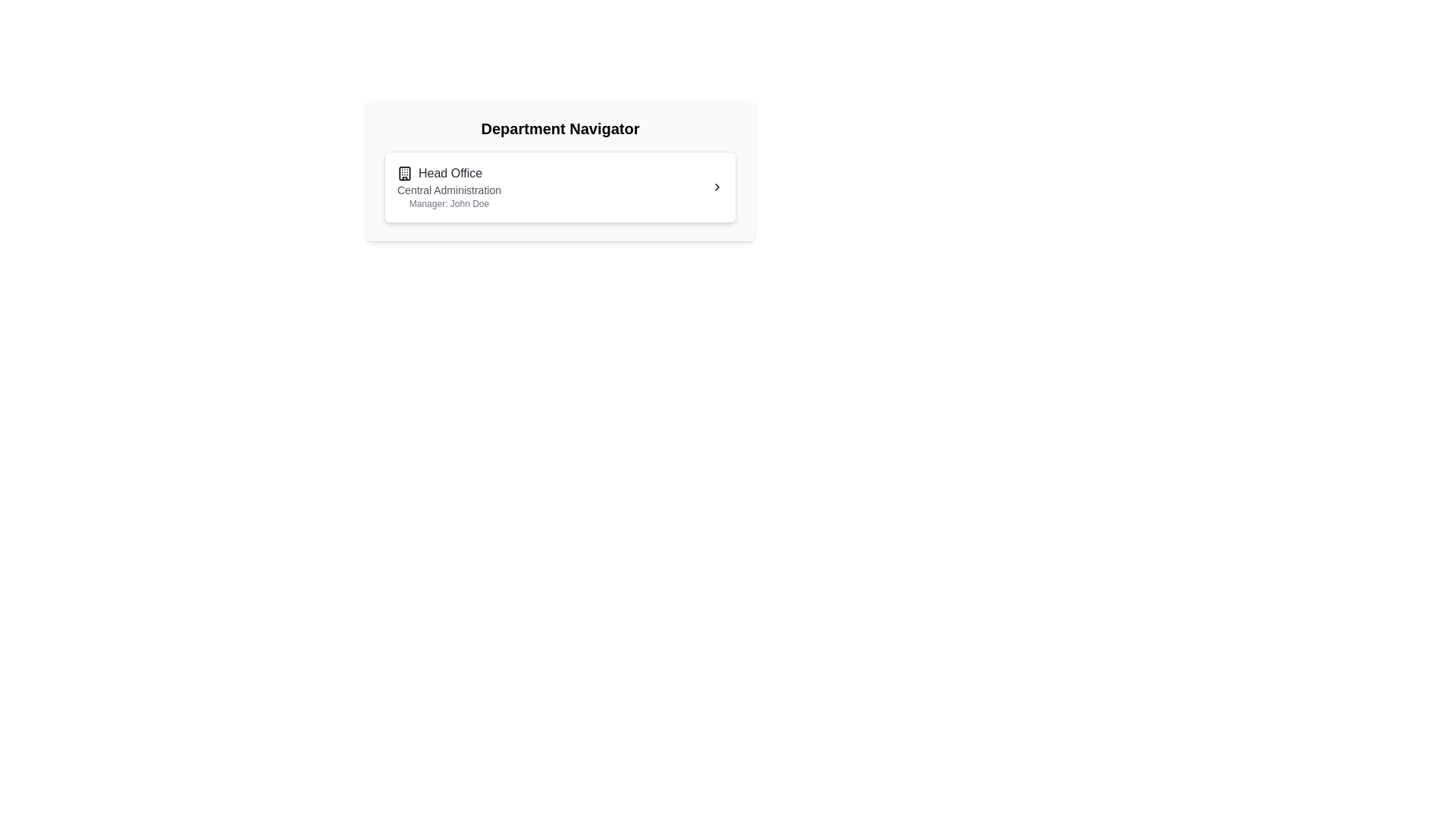 This screenshot has height=819, width=1456. I want to click on the static text label that reads 'Manager: John Doe', which is styled in gray and located under 'Central Administration', so click(448, 203).